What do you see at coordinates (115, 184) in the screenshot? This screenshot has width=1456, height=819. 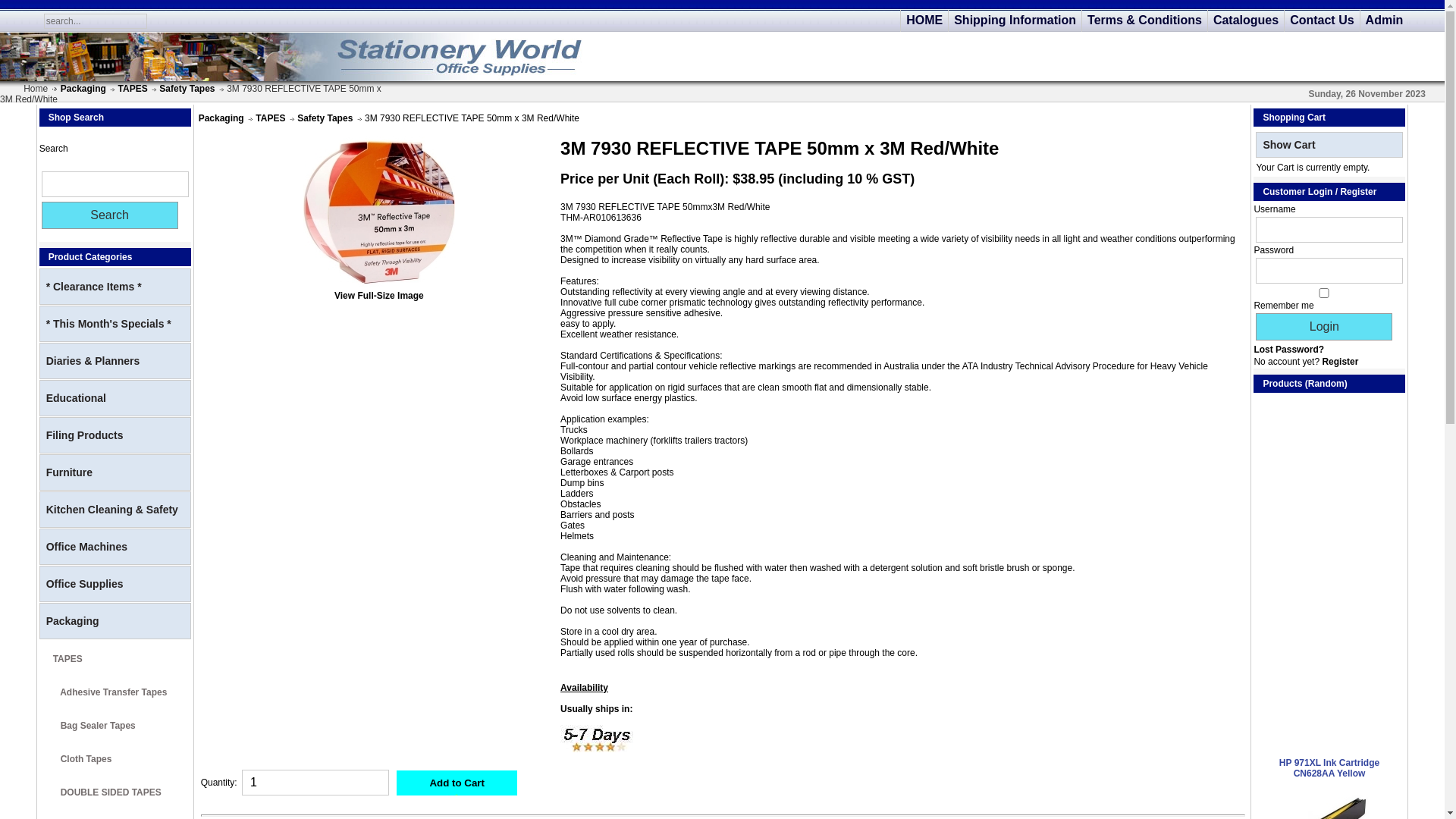 I see `'Search'` at bounding box center [115, 184].